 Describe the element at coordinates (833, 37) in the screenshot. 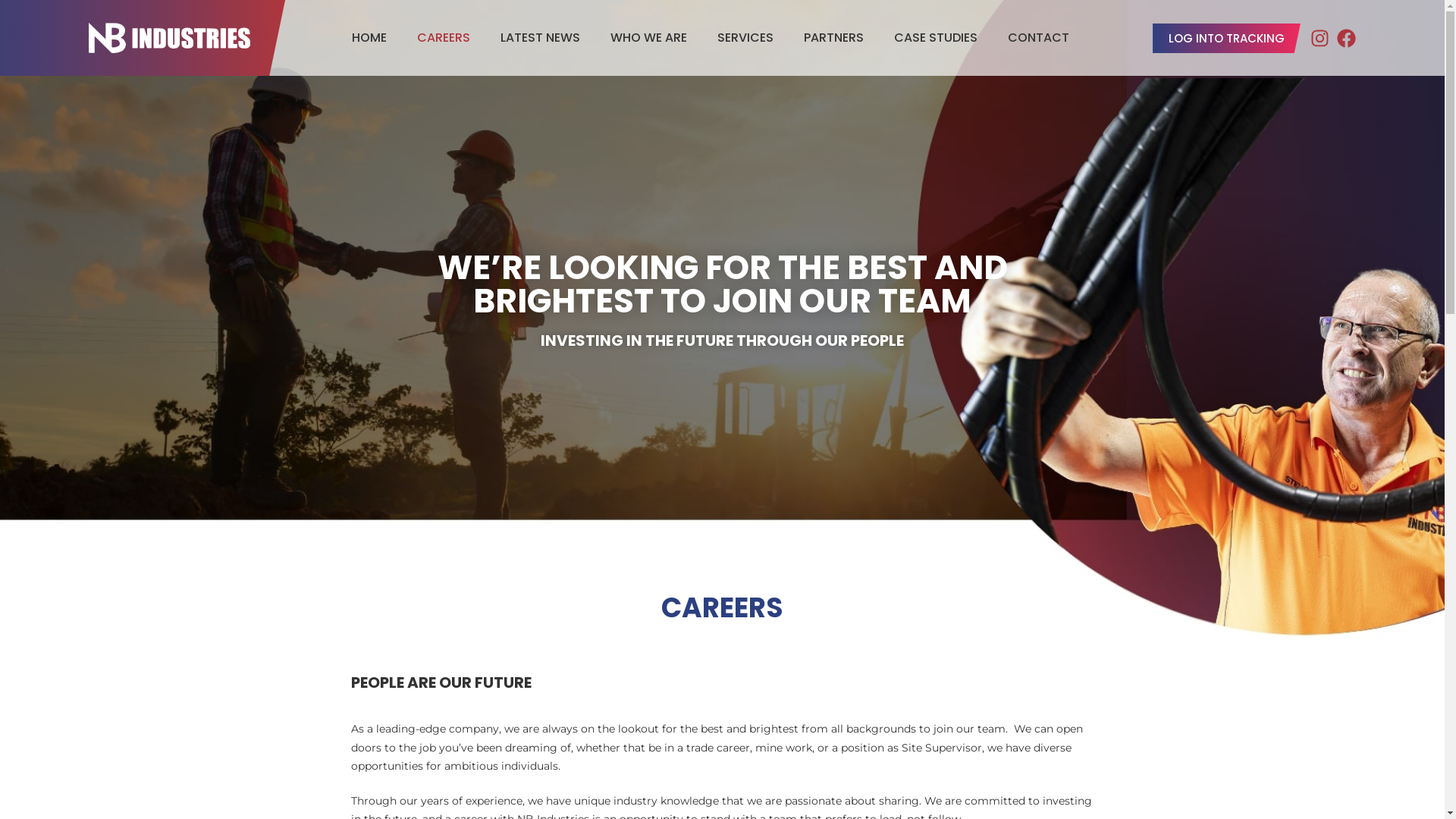

I see `'PARTNERS'` at that location.